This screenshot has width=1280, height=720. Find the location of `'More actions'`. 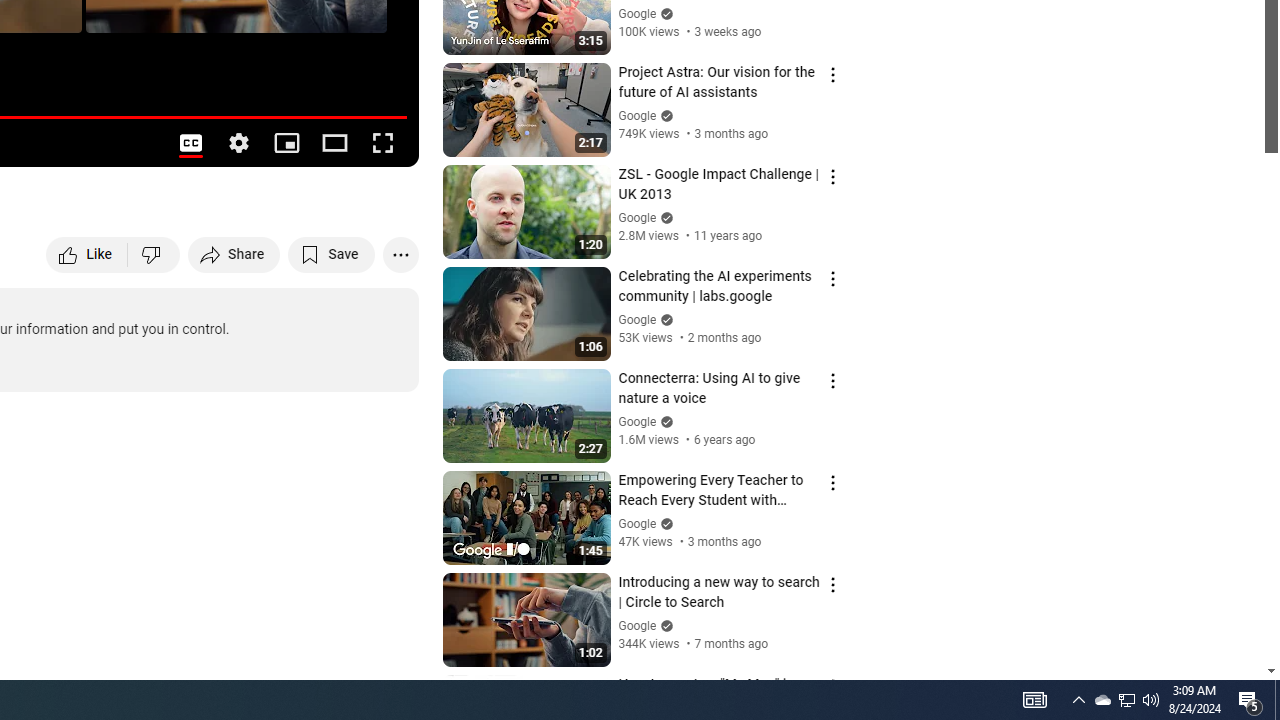

'More actions' is located at coordinates (400, 253).